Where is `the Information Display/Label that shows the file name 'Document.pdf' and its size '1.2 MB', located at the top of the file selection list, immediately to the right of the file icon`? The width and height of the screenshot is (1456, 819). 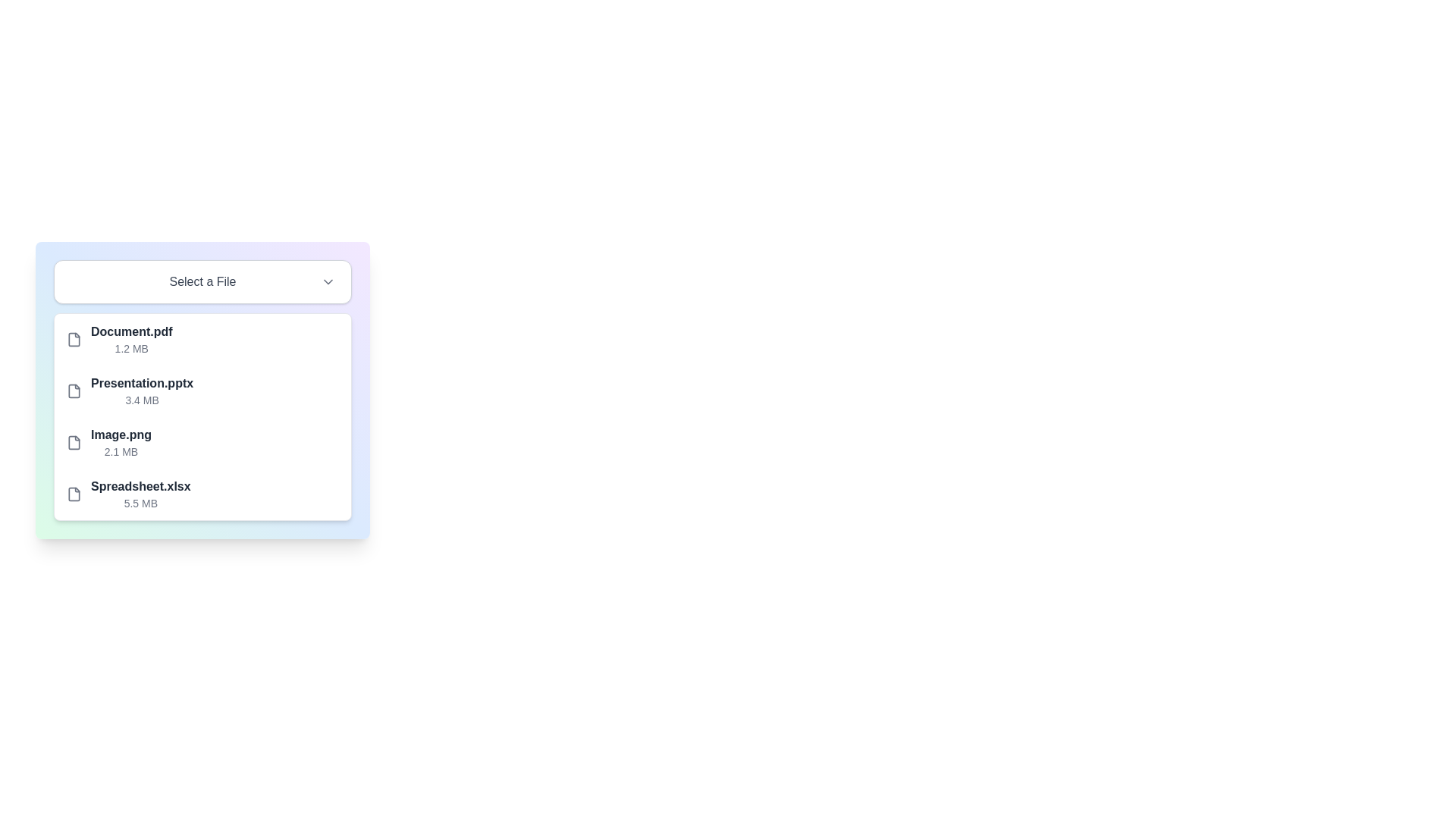
the Information Display/Label that shows the file name 'Document.pdf' and its size '1.2 MB', located at the top of the file selection list, immediately to the right of the file icon is located at coordinates (131, 338).